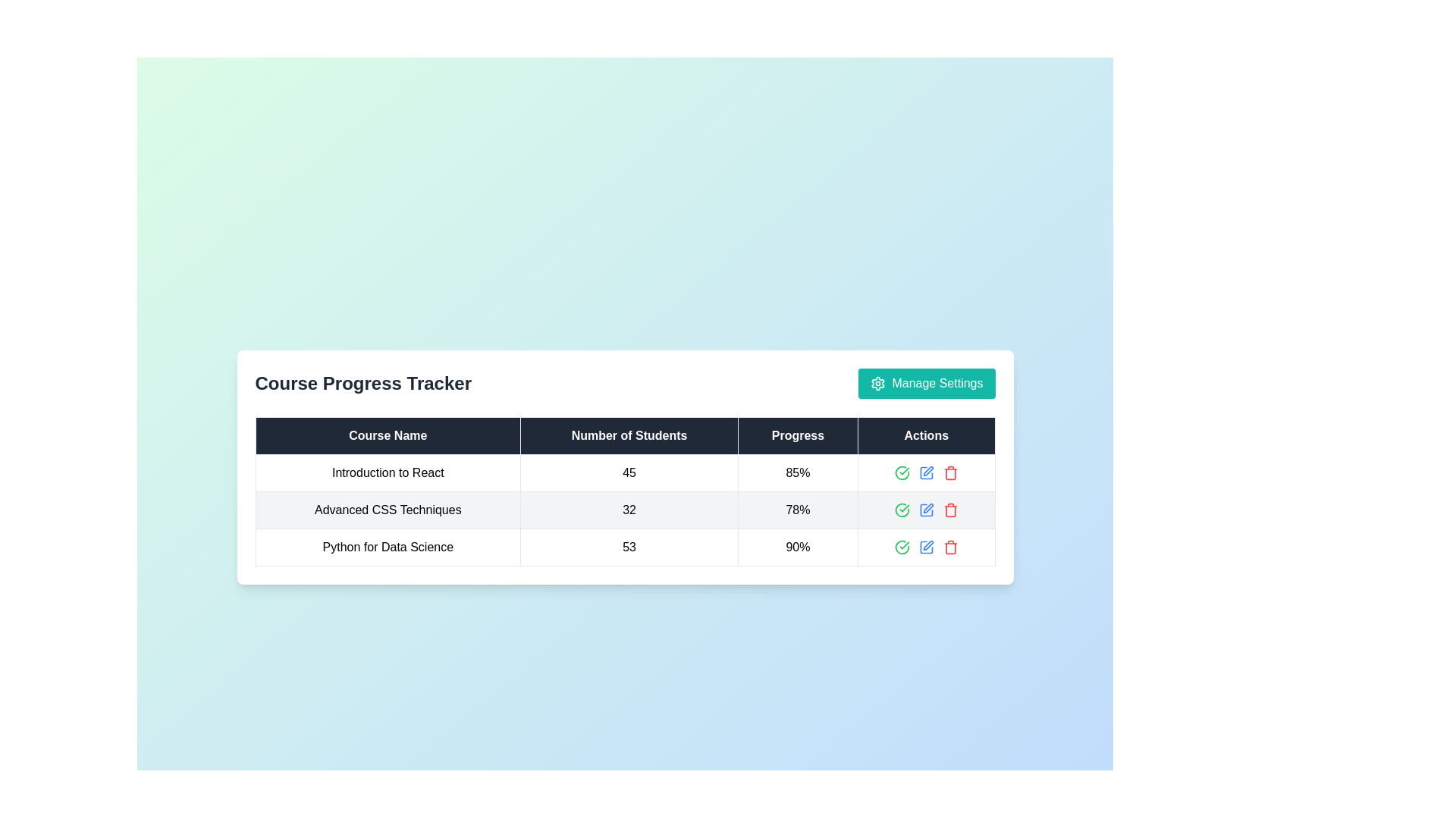 This screenshot has width=1456, height=819. I want to click on the green checkmark icon button in the 'Actions' column of the 'Introduction to React' row, so click(902, 472).